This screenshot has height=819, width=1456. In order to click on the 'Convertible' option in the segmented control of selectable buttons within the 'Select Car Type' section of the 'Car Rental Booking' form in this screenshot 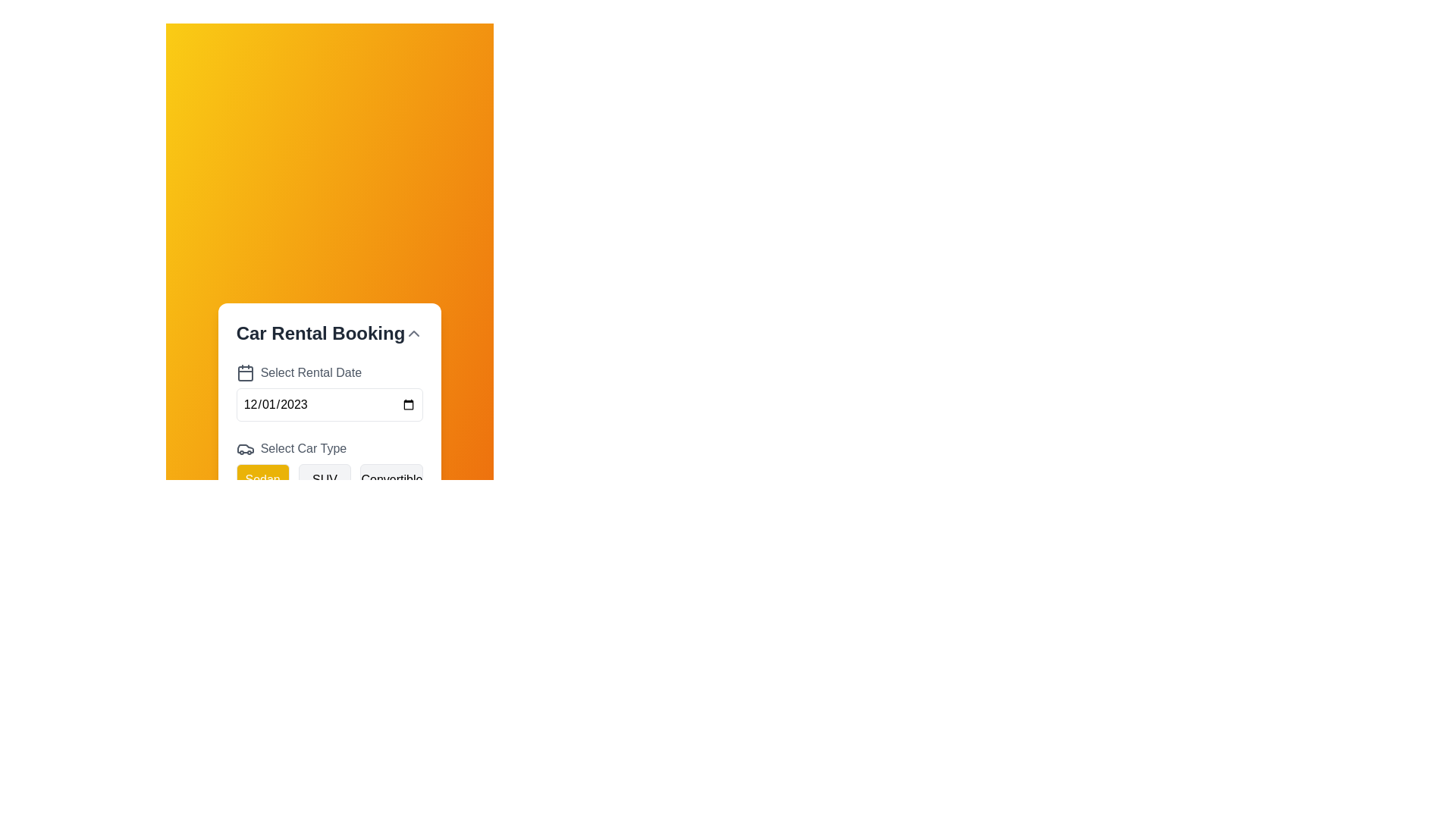, I will do `click(329, 479)`.